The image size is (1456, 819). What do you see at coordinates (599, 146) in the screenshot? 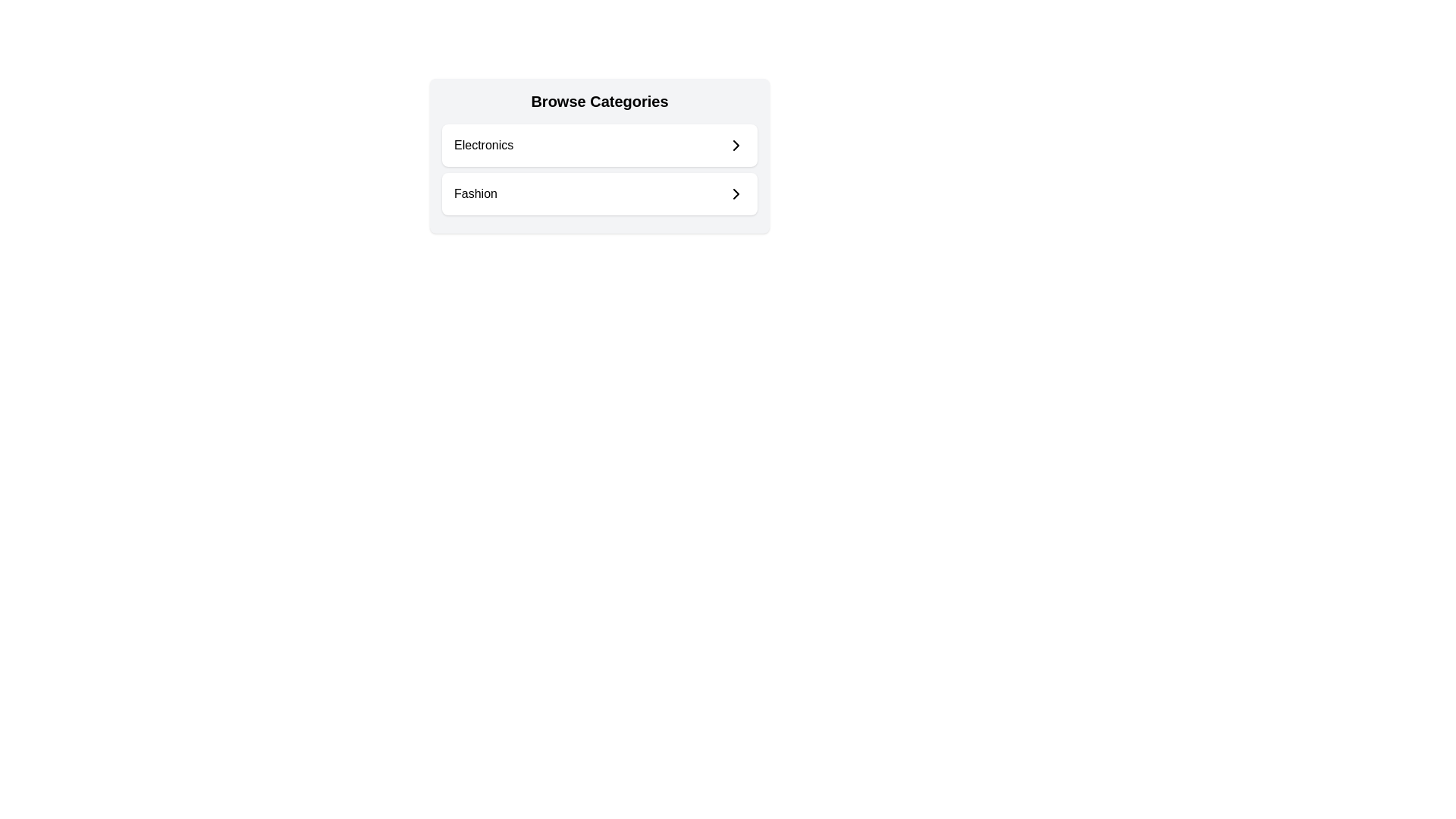
I see `the 'Electronics' option item in the vertical list` at bounding box center [599, 146].